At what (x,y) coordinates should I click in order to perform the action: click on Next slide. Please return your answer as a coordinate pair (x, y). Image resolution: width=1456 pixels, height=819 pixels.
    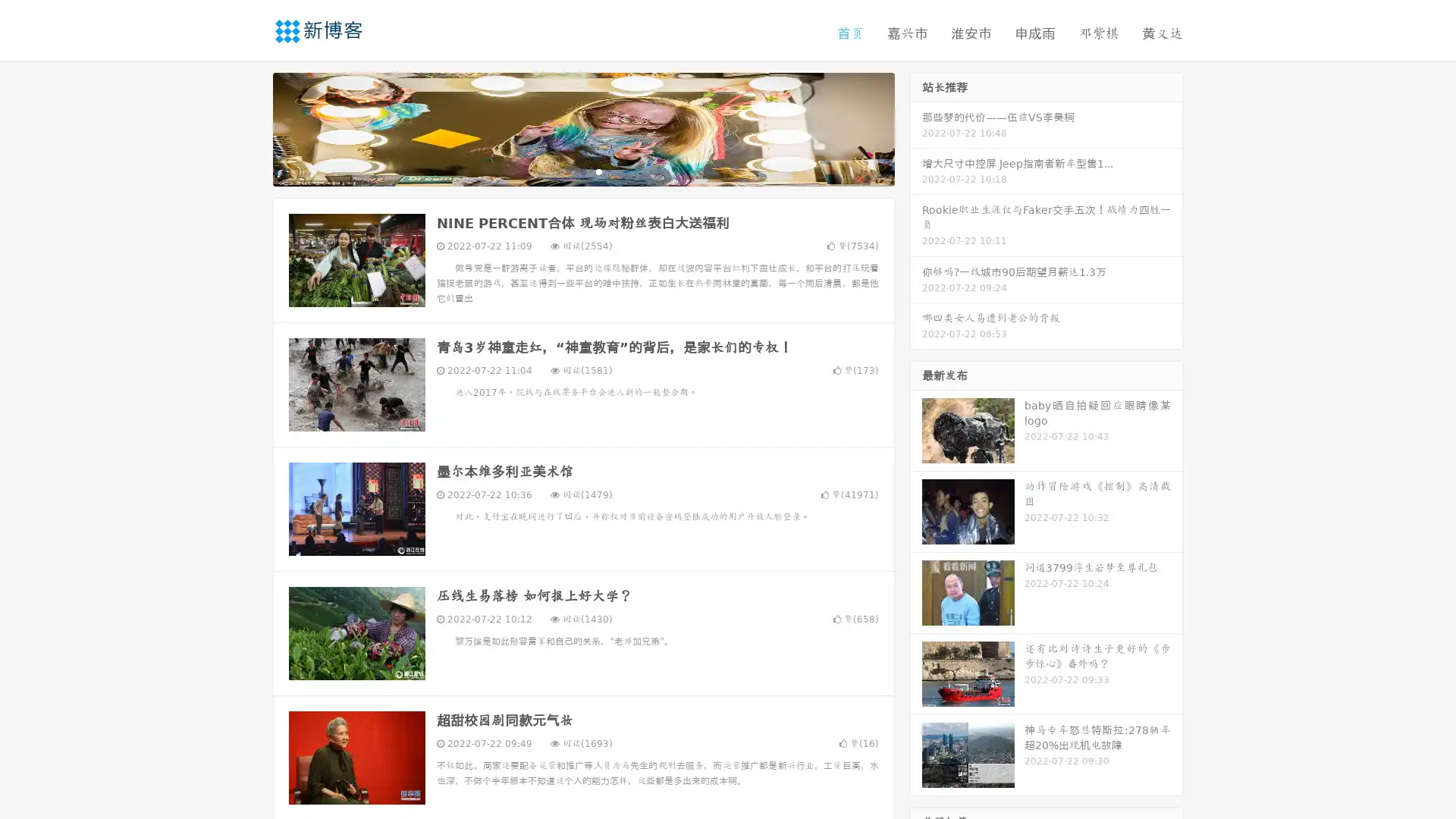
    Looking at the image, I should click on (916, 127).